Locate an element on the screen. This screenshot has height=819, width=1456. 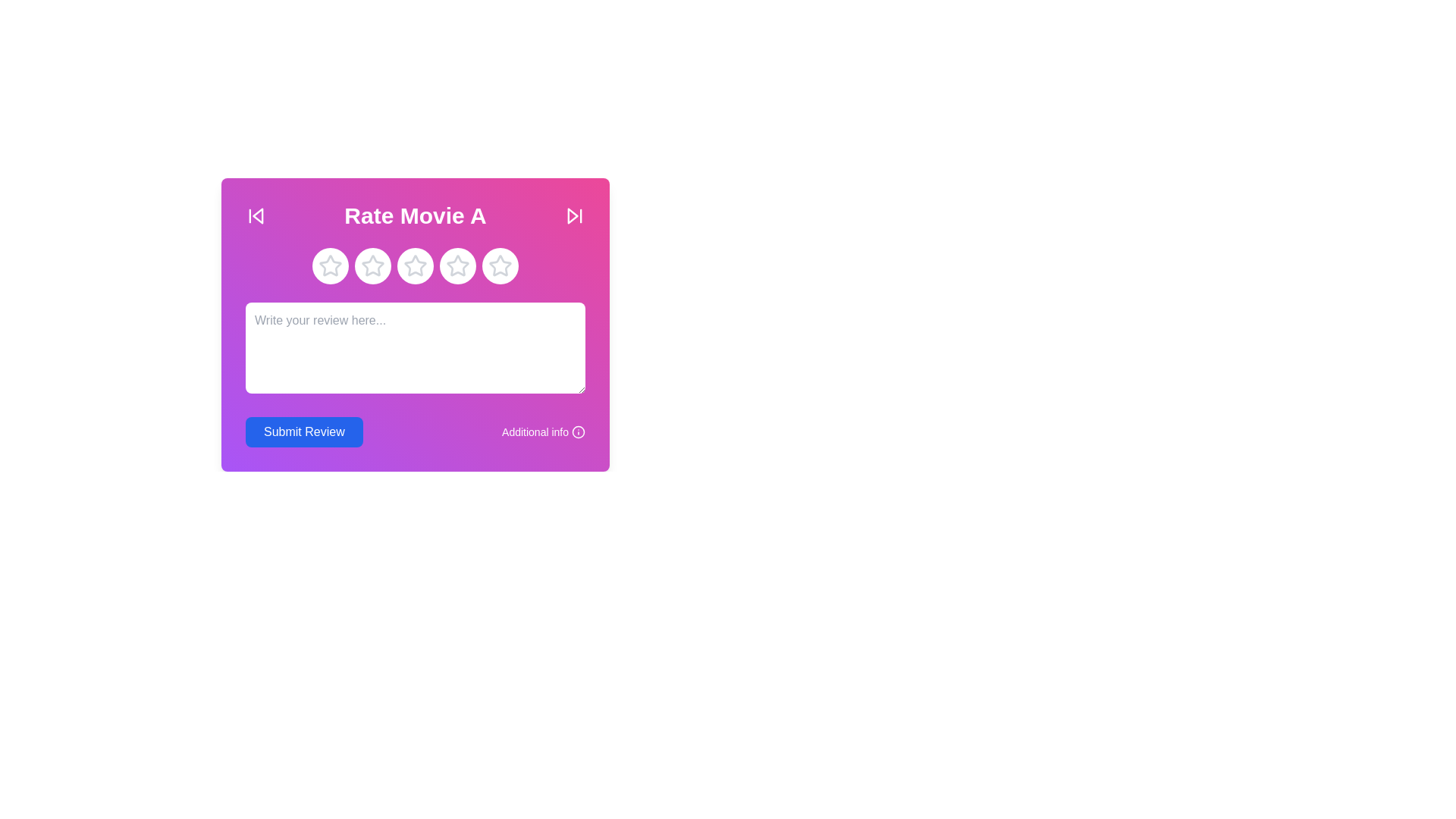
the header text display indicating the purpose of the card for rating 'Movie A', located at the top-center of the card interface is located at coordinates (415, 216).